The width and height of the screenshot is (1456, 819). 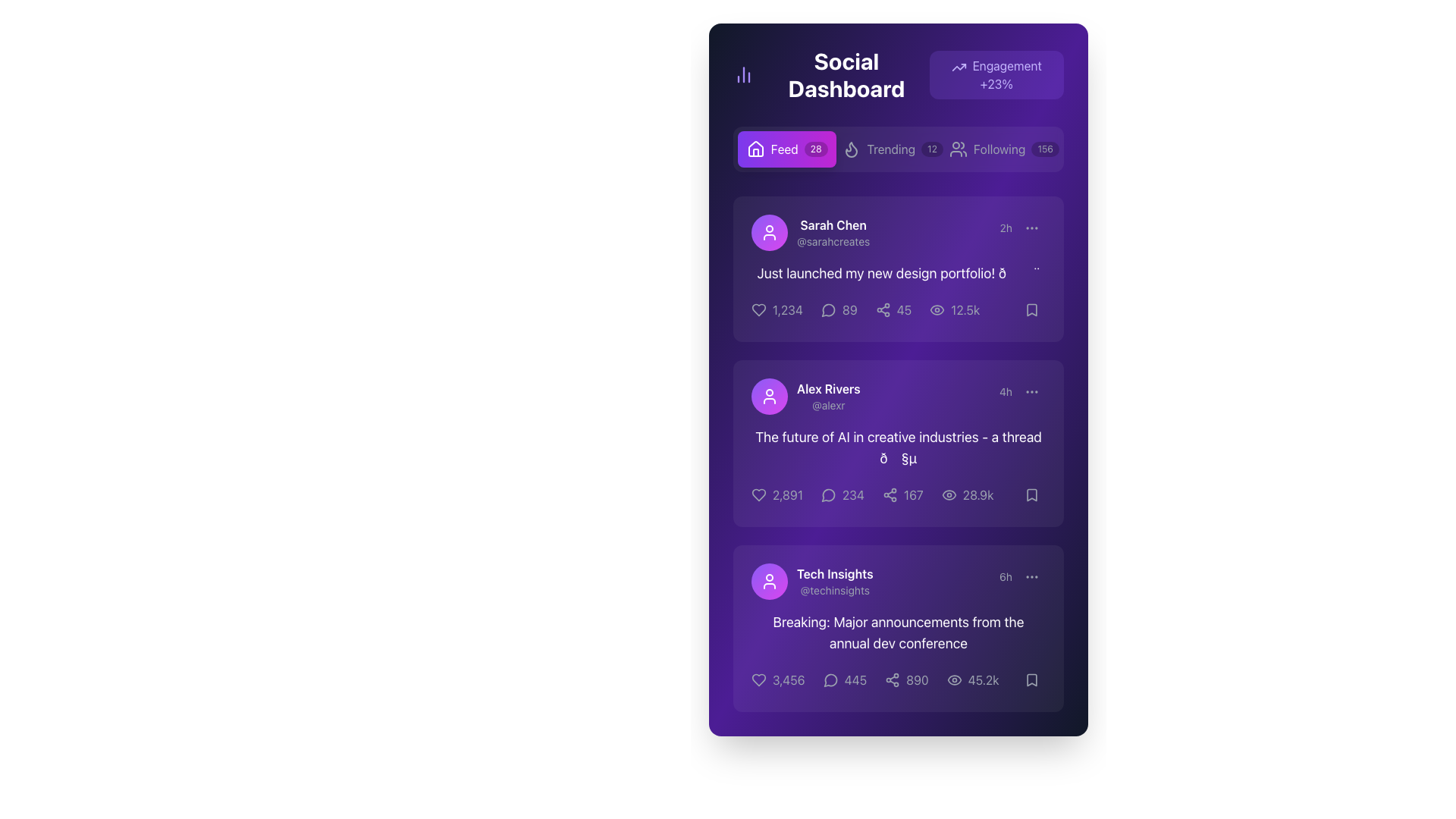 I want to click on the like button, which is the first interactive item in the interaction bar under the post by 'Sarah Chen', featuring a heart icon and the text '1,234', so click(x=776, y=309).